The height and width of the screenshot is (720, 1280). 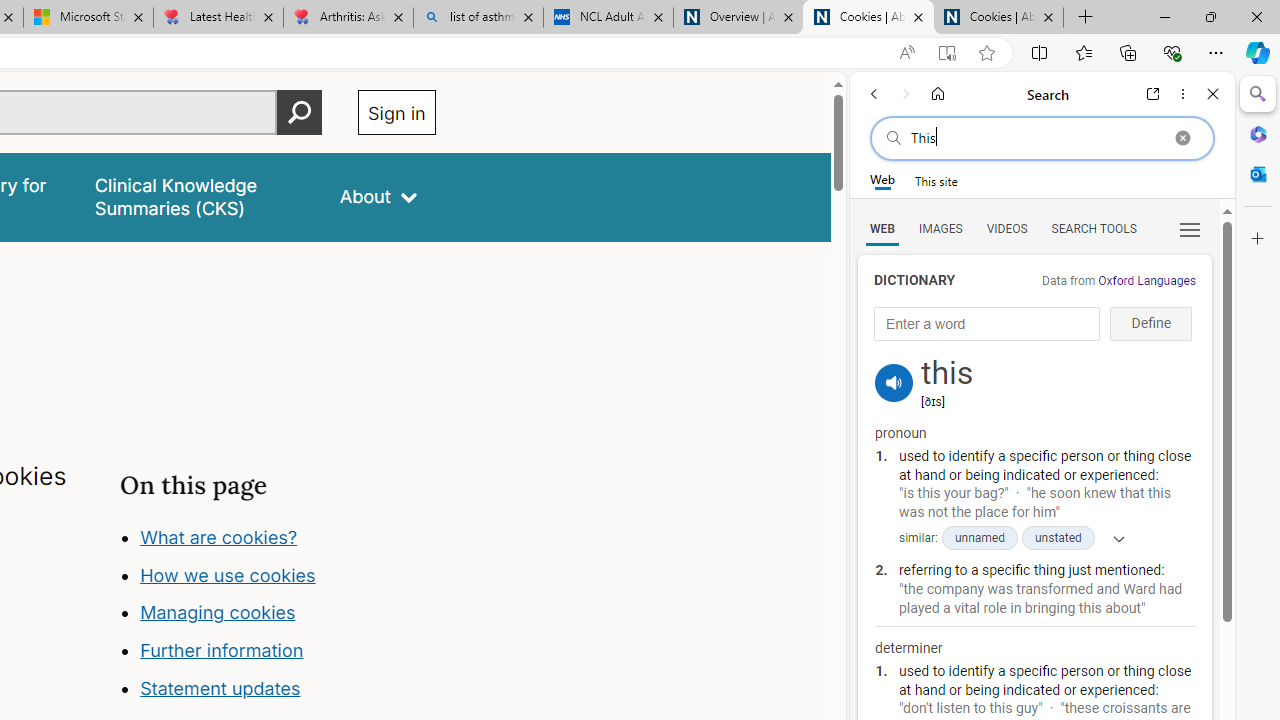 I want to click on 'pronounce', so click(x=893, y=383).